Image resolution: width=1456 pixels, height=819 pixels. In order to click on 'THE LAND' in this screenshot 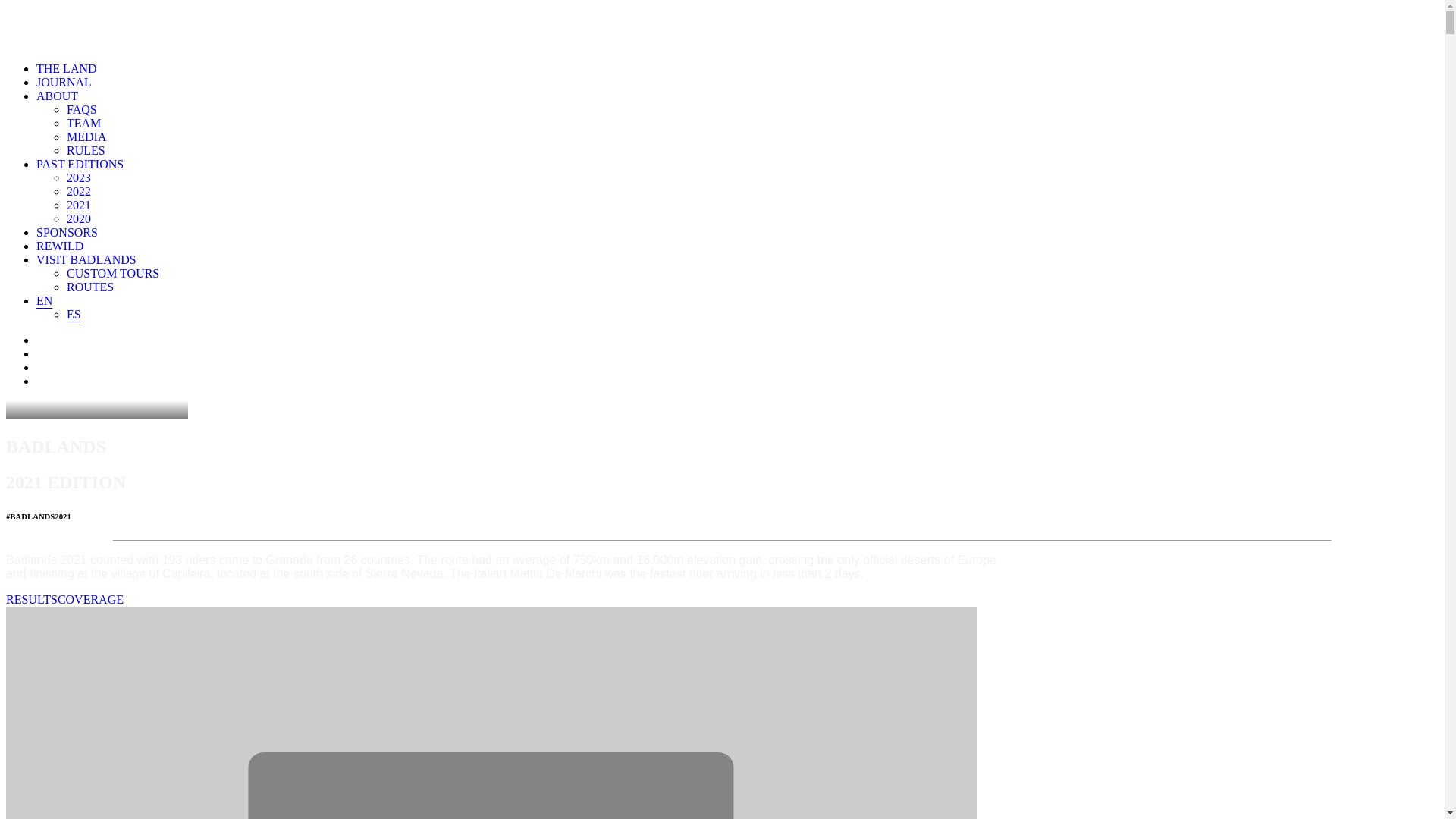, I will do `click(65, 68)`.